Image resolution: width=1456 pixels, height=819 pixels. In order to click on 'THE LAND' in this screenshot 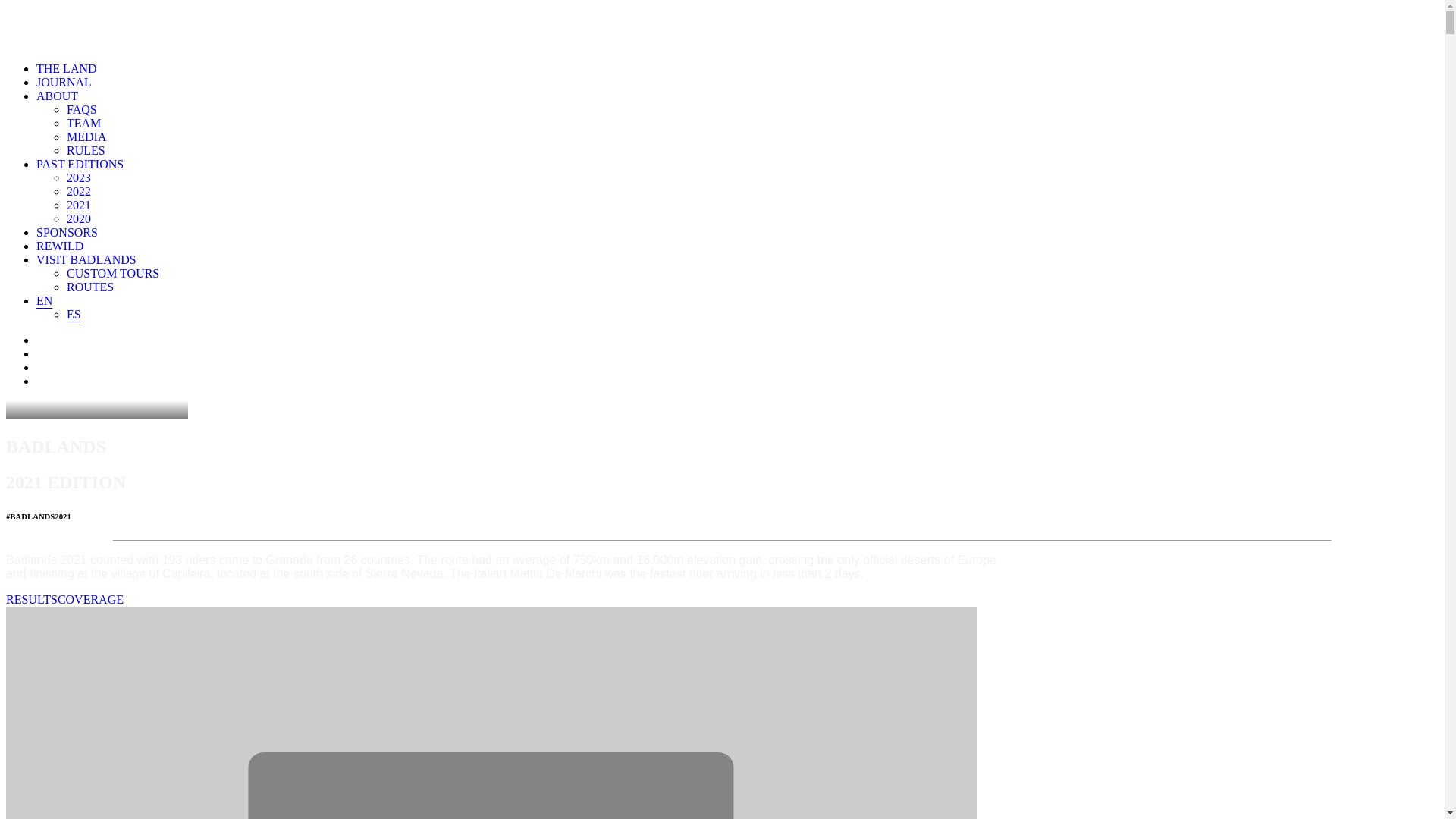, I will do `click(65, 68)`.